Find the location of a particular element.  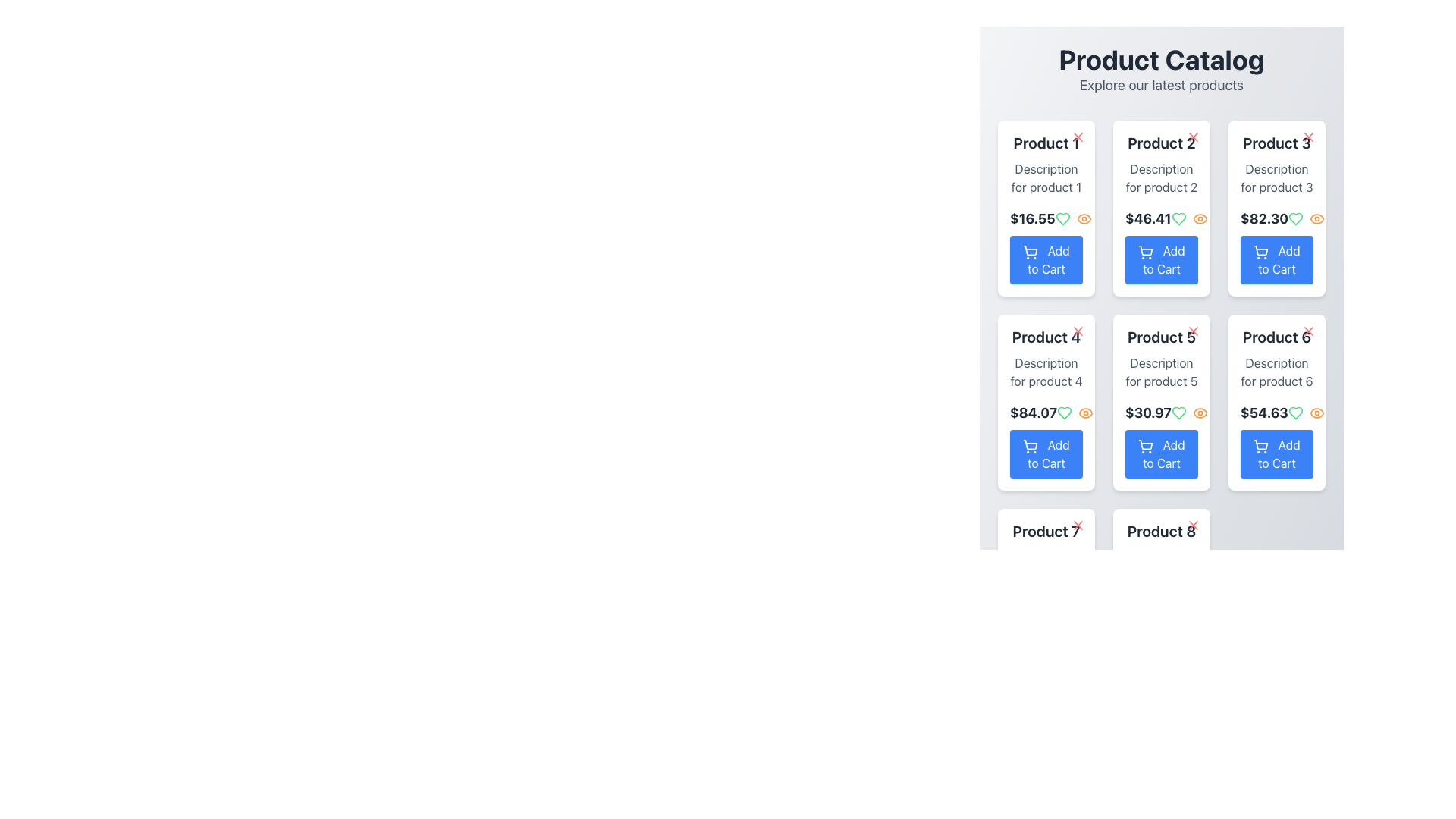

the small, red-colored SVG graphic resembling a cross or 'X' located in the top-right corner of the 'Product 2' card is located at coordinates (1193, 137).